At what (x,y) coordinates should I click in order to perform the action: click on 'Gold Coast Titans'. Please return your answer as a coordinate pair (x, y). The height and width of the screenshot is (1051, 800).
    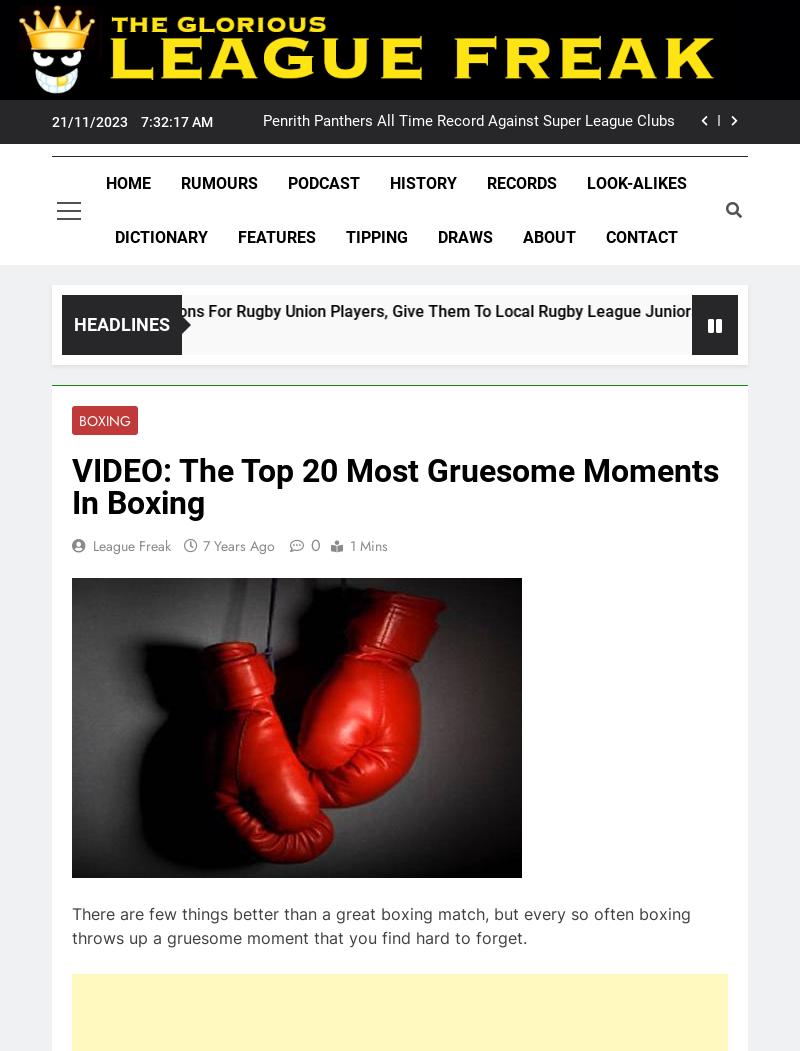
    Looking at the image, I should click on (158, 708).